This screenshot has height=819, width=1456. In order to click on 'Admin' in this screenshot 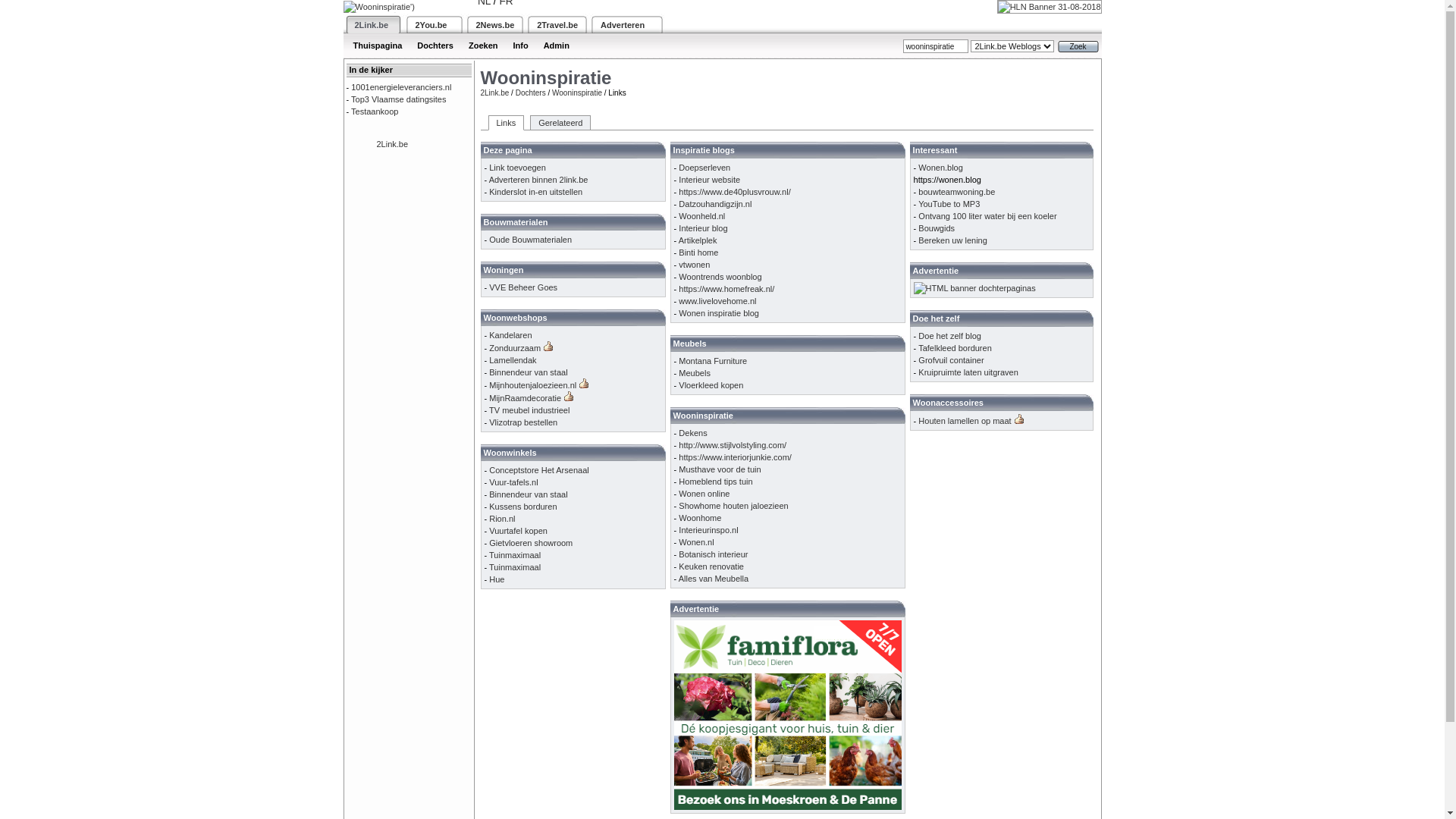, I will do `click(556, 45)`.